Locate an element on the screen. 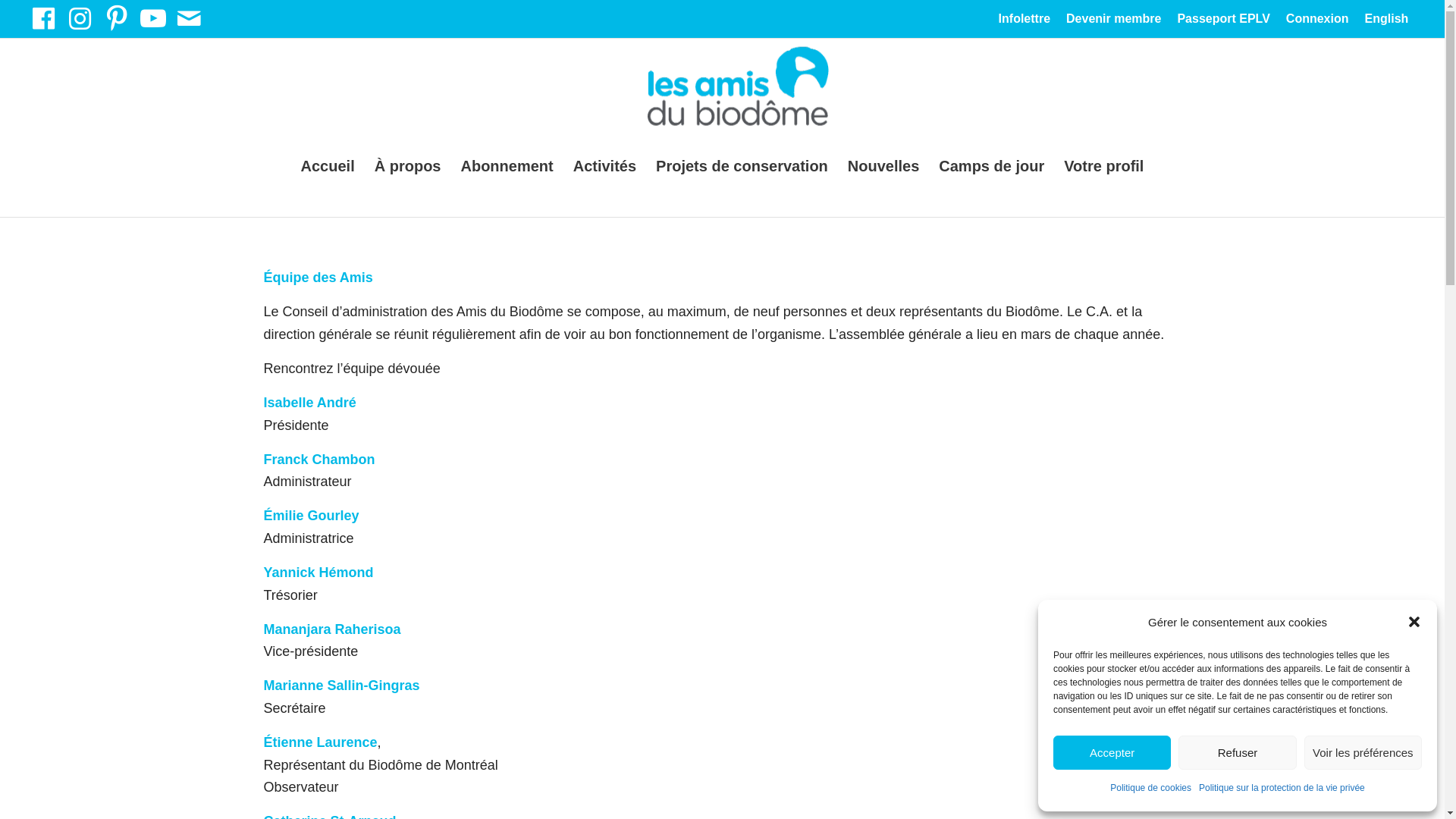 The width and height of the screenshot is (1456, 819). 'Instagram' is located at coordinates (79, 17).